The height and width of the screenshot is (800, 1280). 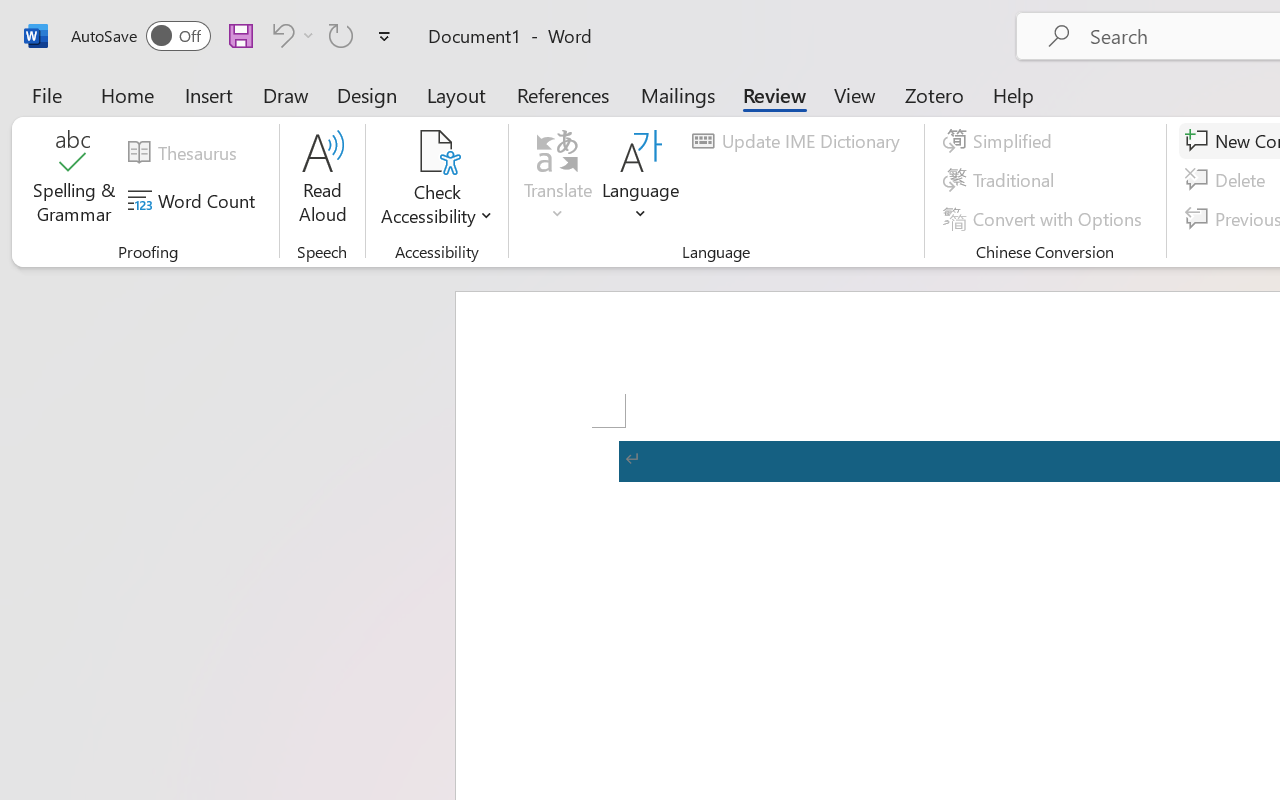 What do you see at coordinates (641, 179) in the screenshot?
I see `'Language'` at bounding box center [641, 179].